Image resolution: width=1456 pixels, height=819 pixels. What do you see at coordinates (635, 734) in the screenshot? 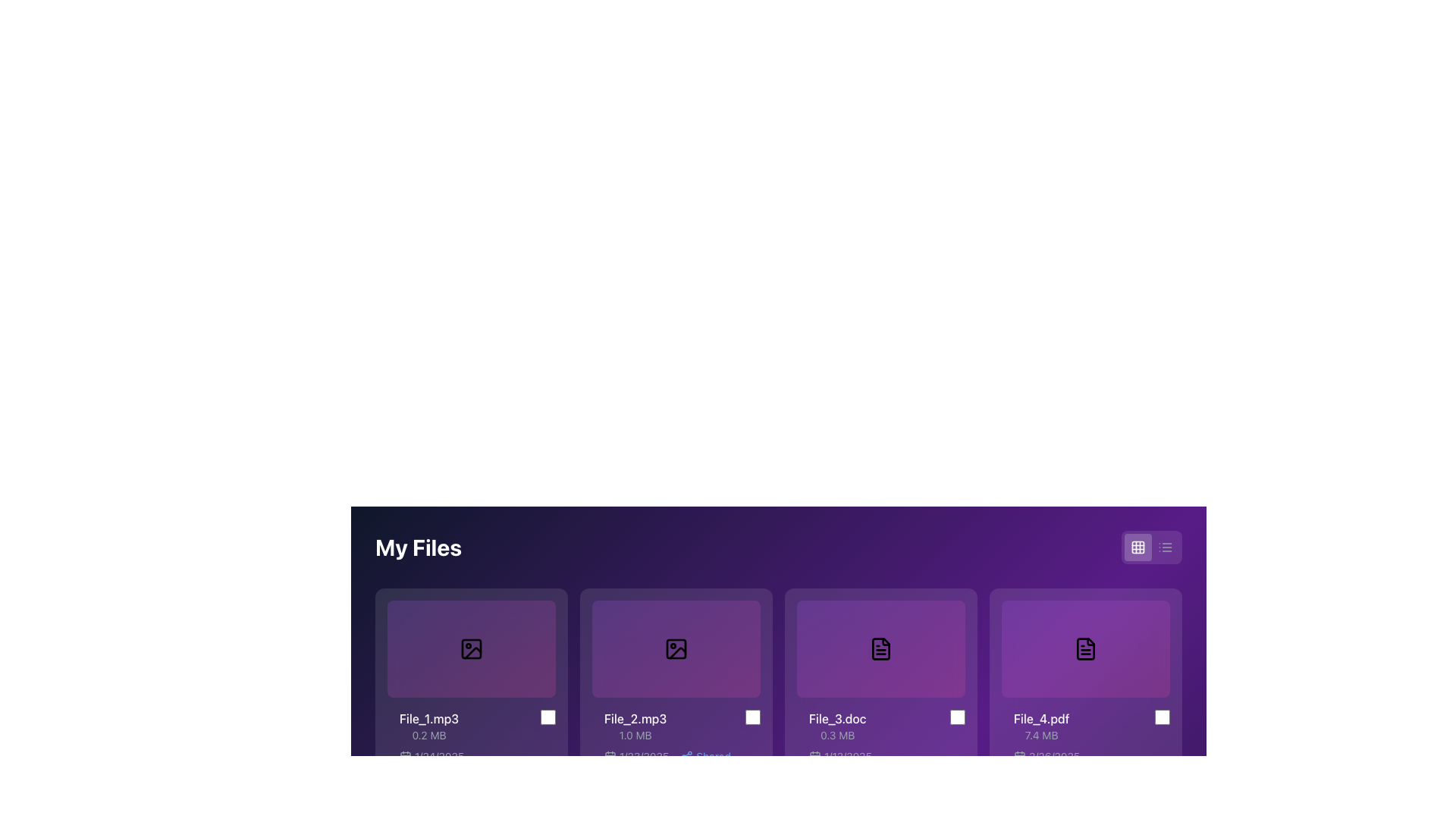
I see `the text label indicating the file size of 1.0 MB, which is located below the title text of the 'File_2.mp3' block in the second position of the file information gallery layout` at bounding box center [635, 734].